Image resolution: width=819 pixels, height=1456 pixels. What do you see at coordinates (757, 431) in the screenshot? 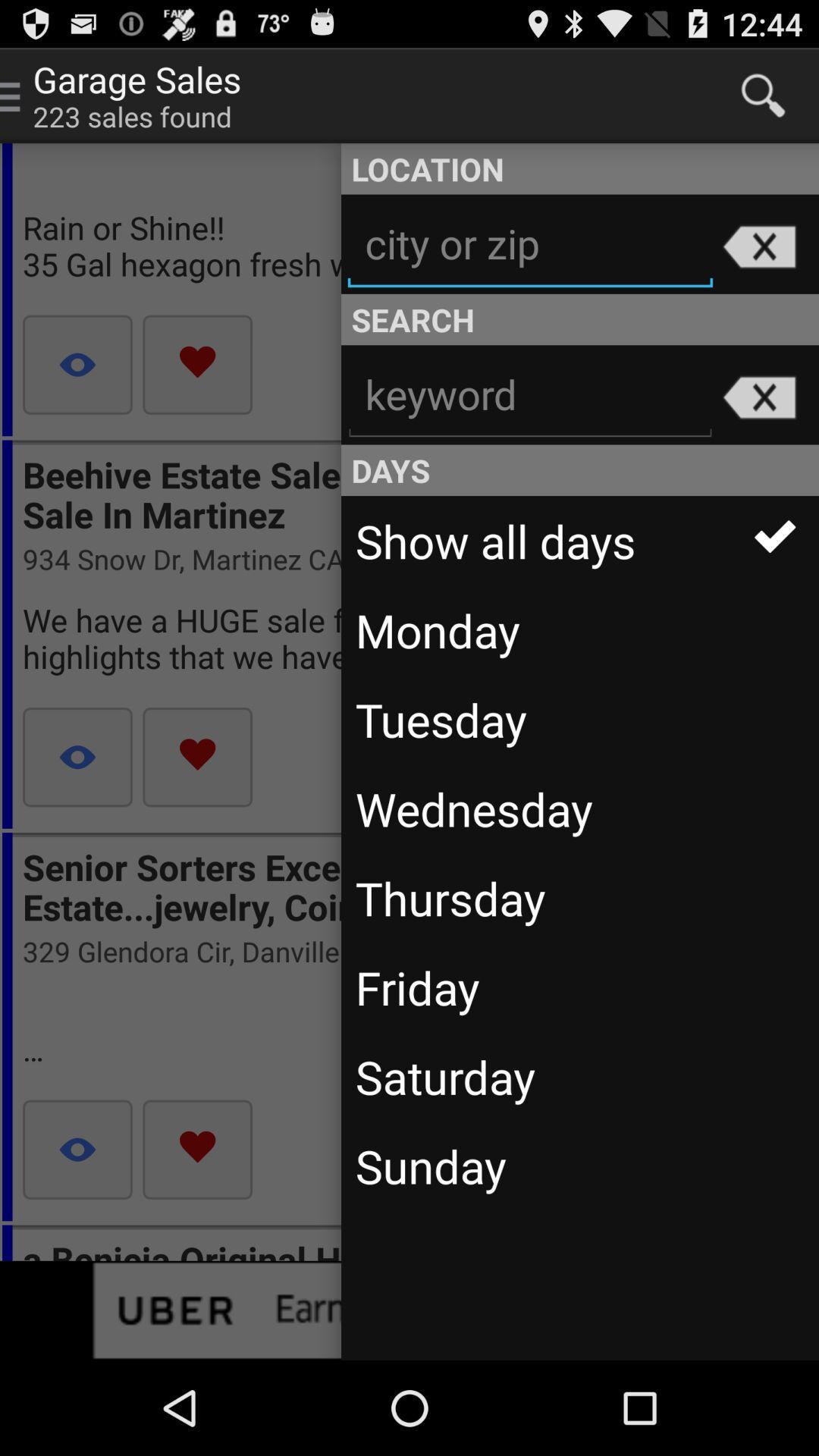
I see `the close icon` at bounding box center [757, 431].